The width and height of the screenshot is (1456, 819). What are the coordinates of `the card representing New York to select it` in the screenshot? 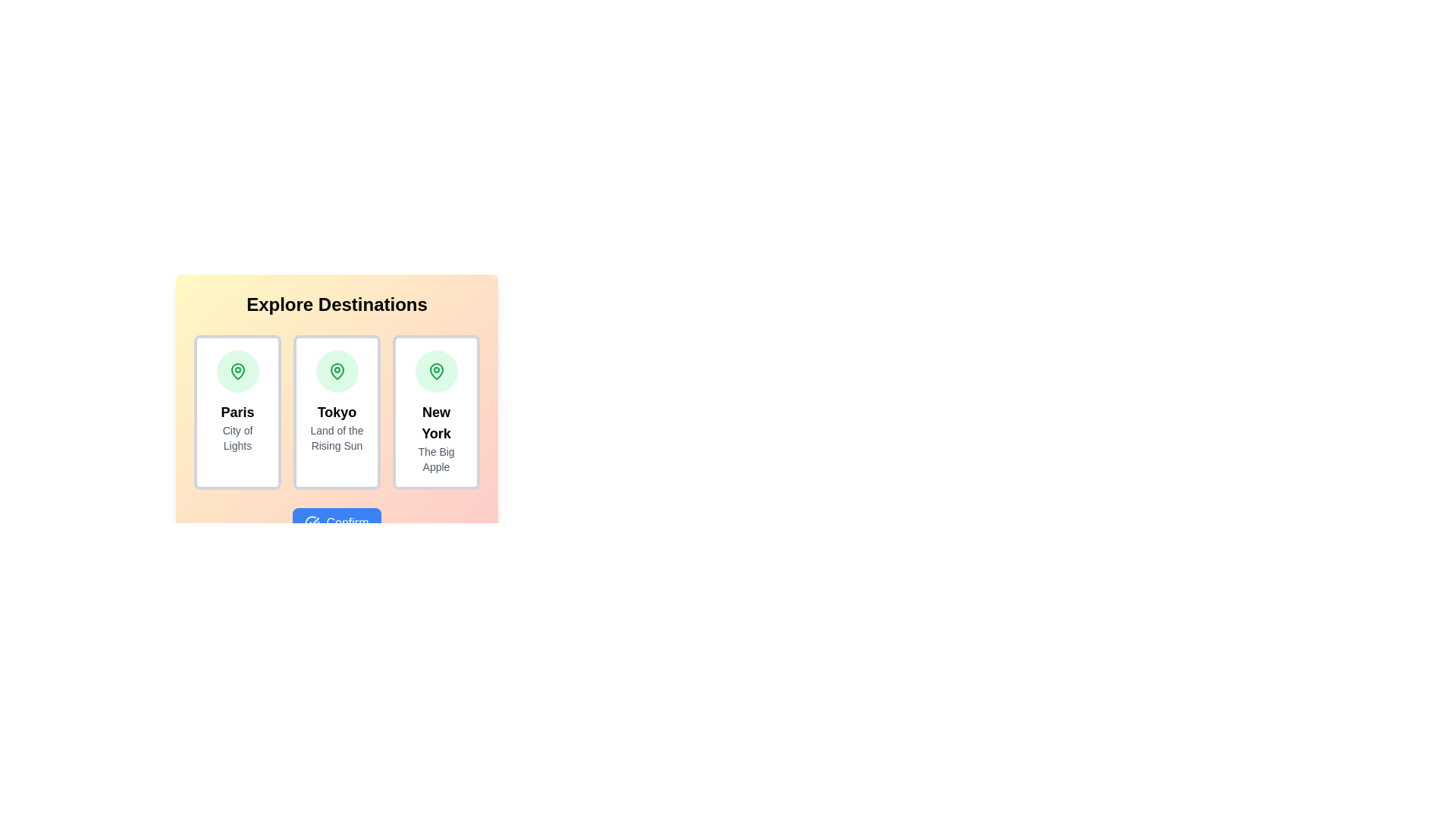 It's located at (435, 412).